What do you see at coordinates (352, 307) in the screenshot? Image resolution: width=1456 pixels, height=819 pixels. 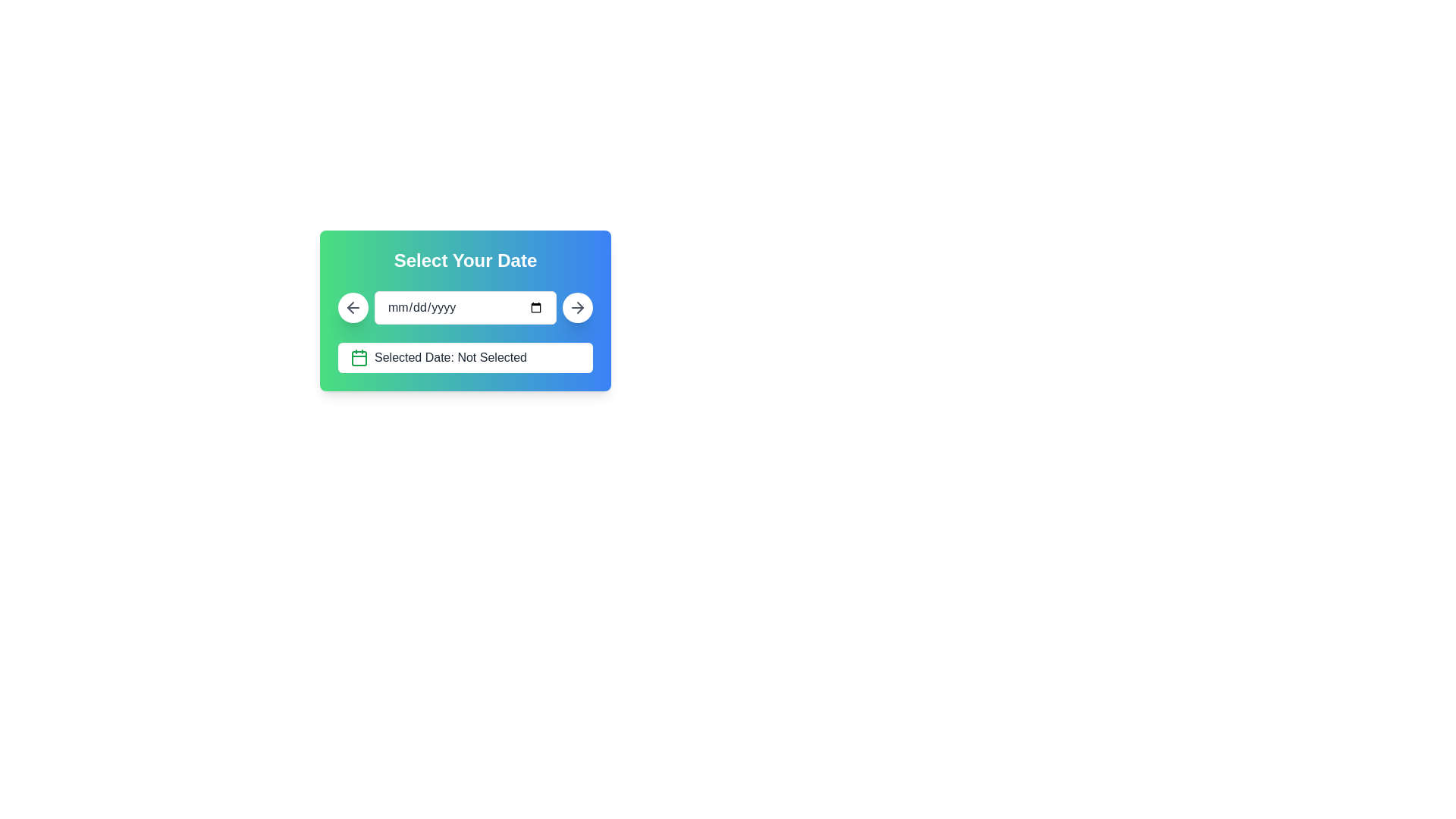 I see `the leftward-pointing dark gray arrow icon within the white circular button located to the left of the date input field` at bounding box center [352, 307].